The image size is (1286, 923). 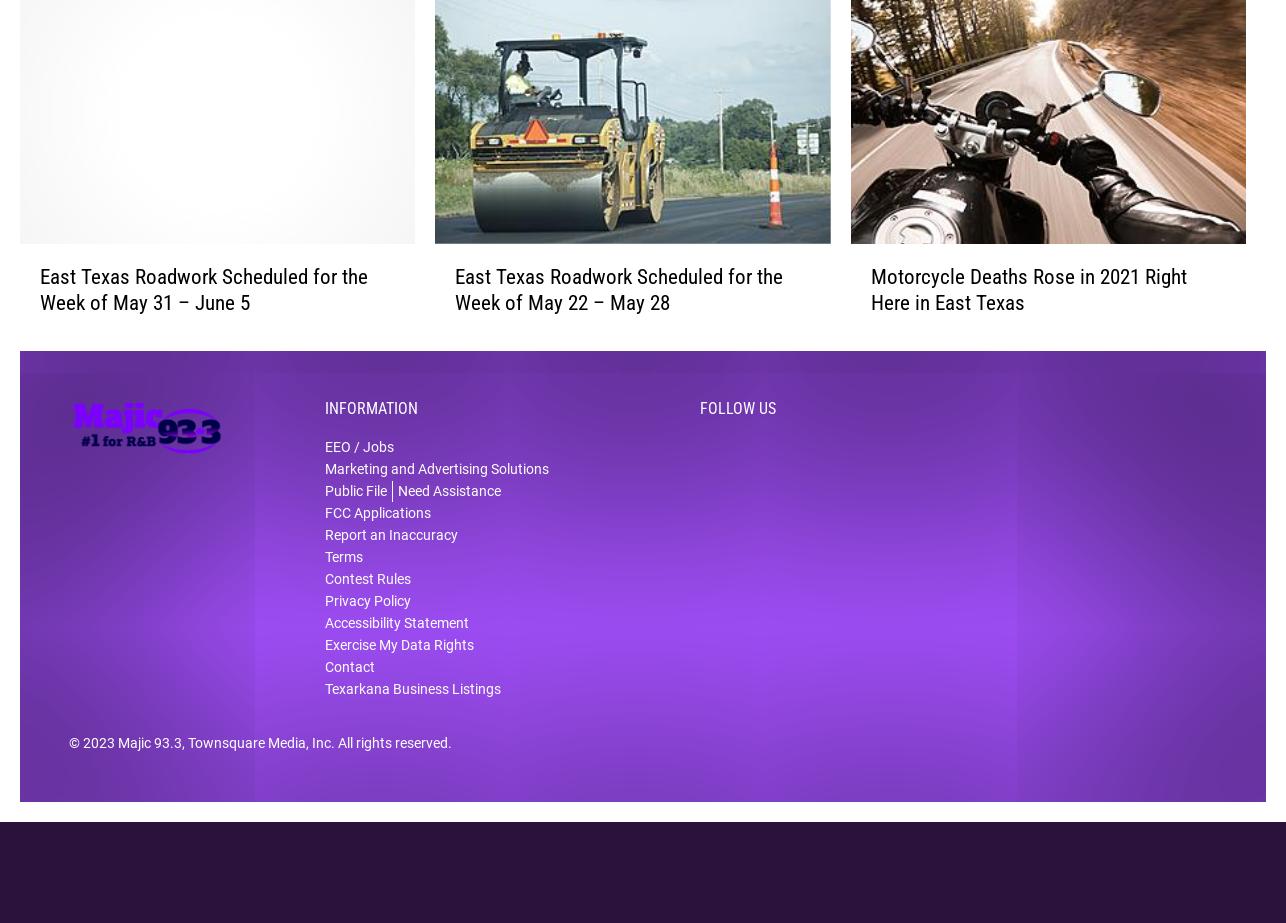 I want to click on 'Report an Inaccuracy', so click(x=390, y=548).